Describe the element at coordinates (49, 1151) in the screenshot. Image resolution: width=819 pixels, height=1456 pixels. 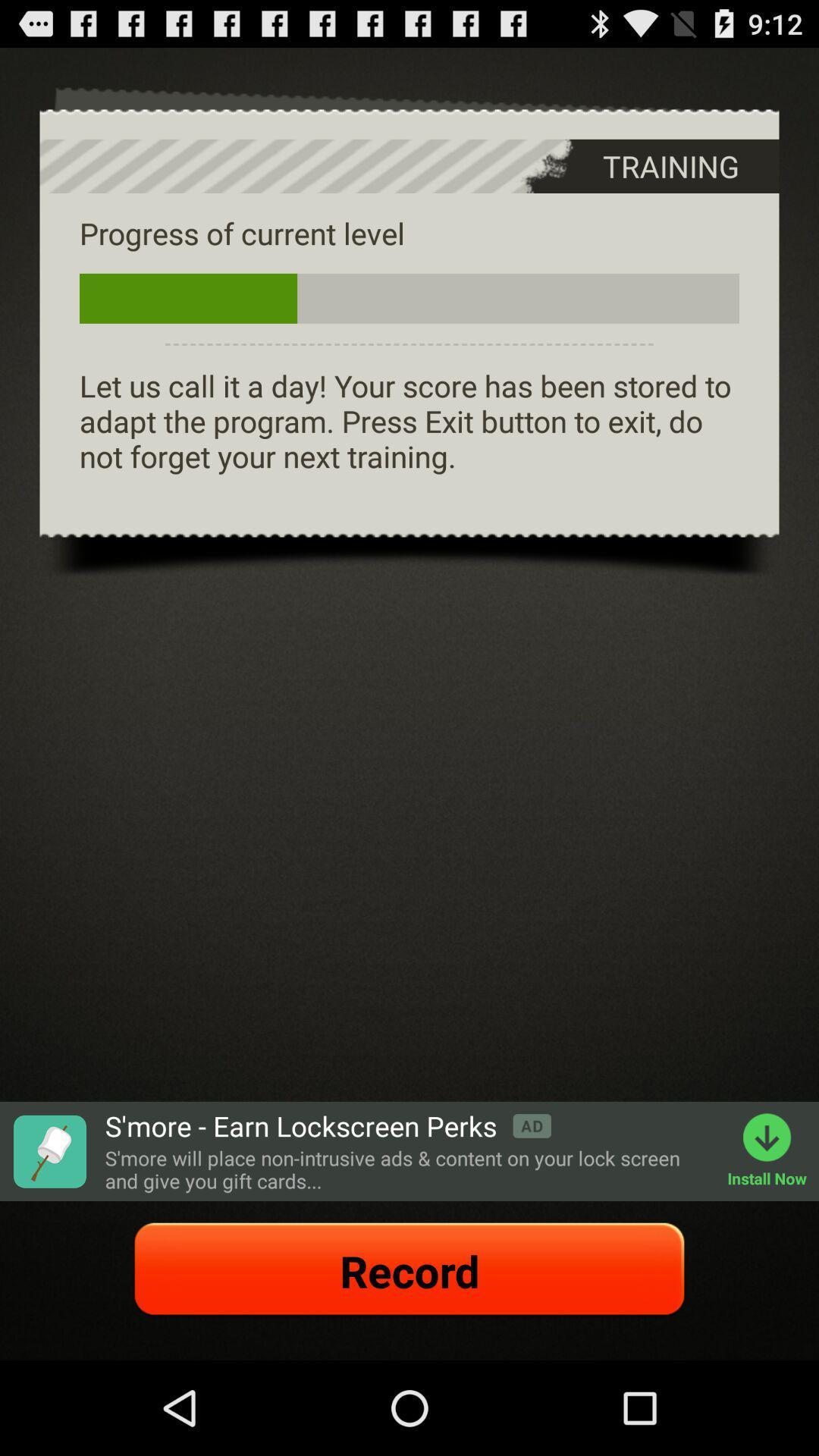
I see `advertisement` at that location.